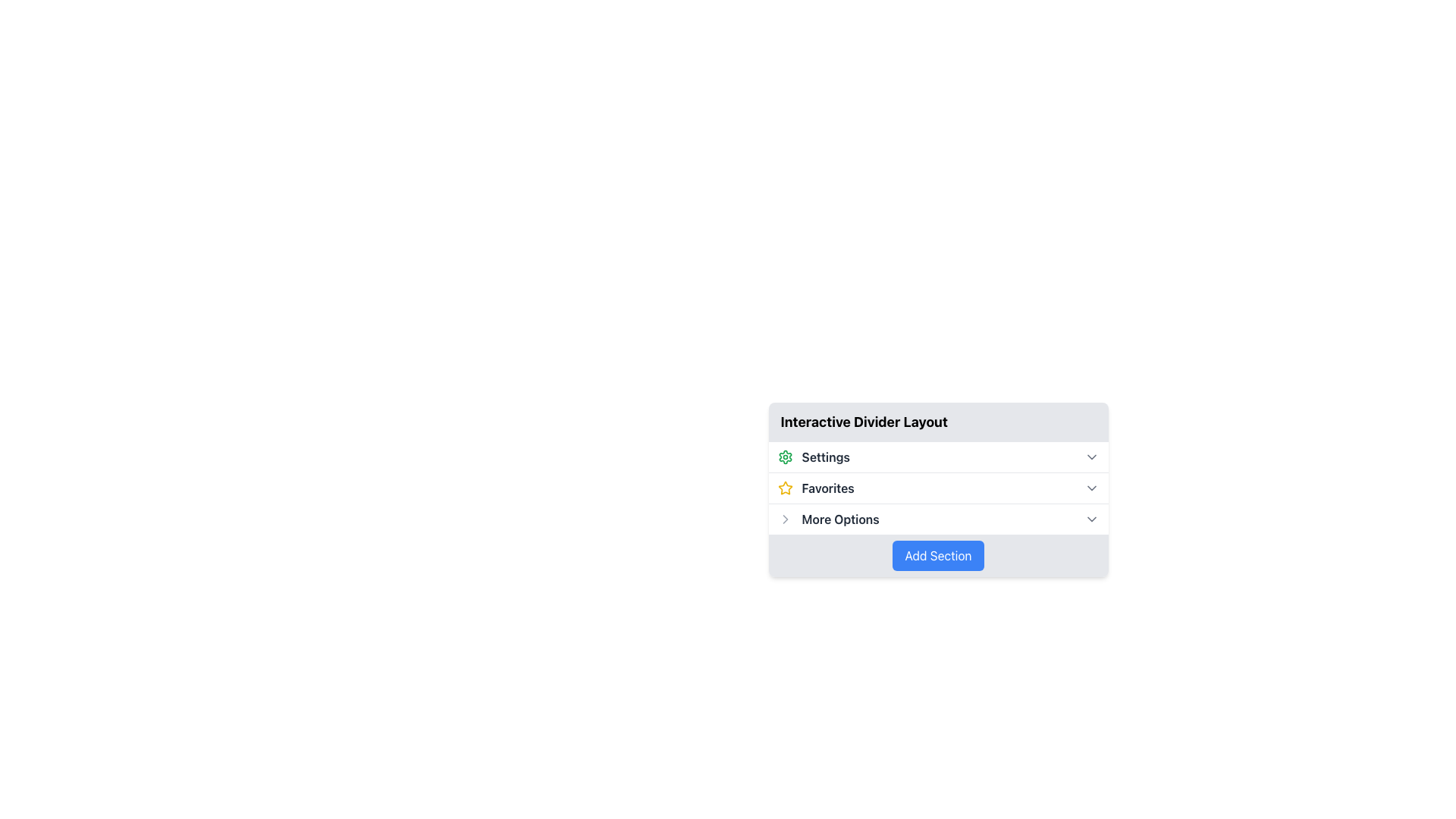 The image size is (1456, 819). What do you see at coordinates (825, 456) in the screenshot?
I see `the 'Settings' menu label, which is positioned to the right of a gear-icon graphic and above the 'Favorites' and 'More Options' sections` at bounding box center [825, 456].